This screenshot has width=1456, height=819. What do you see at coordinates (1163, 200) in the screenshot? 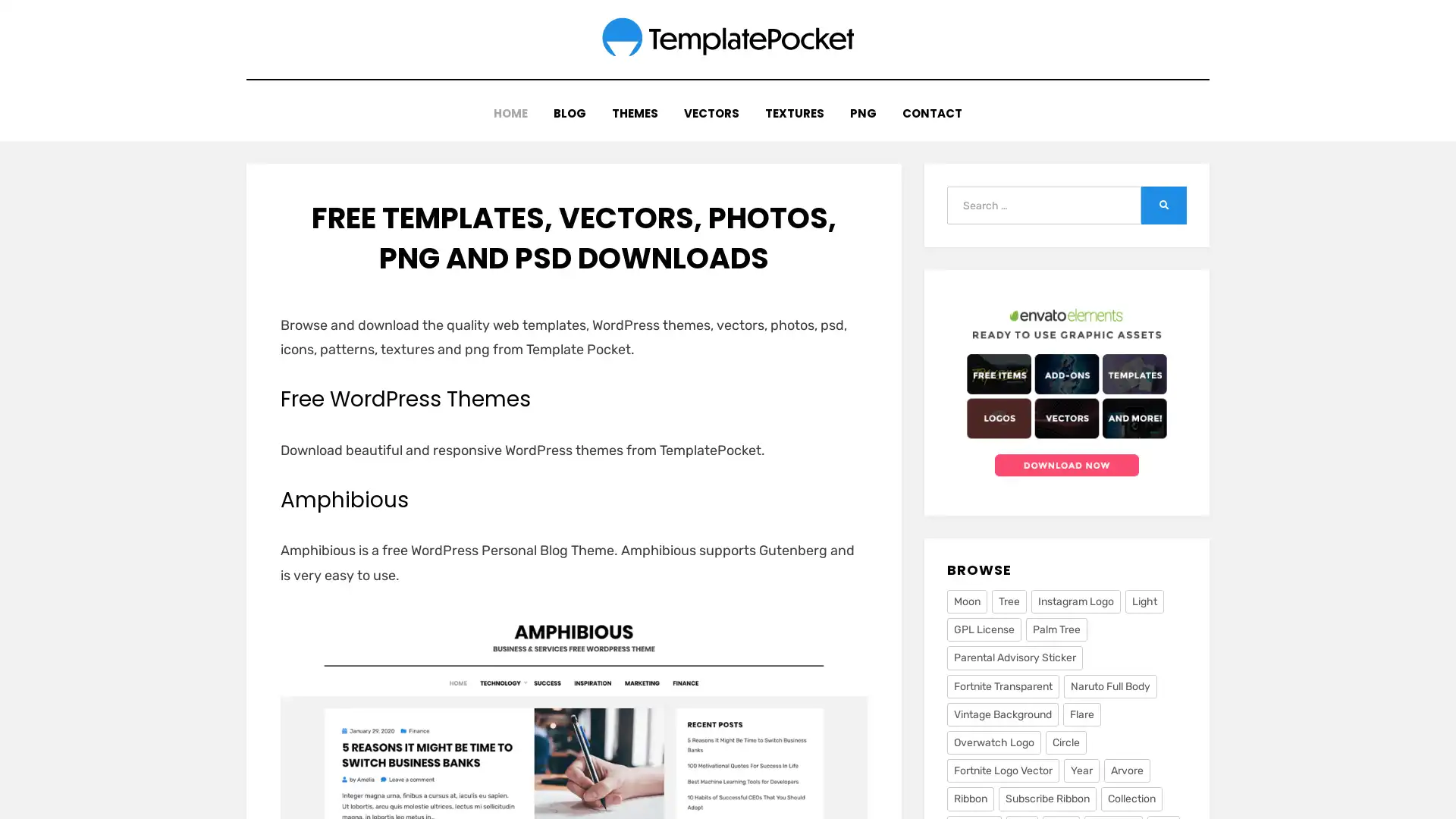
I see `SEARCH` at bounding box center [1163, 200].